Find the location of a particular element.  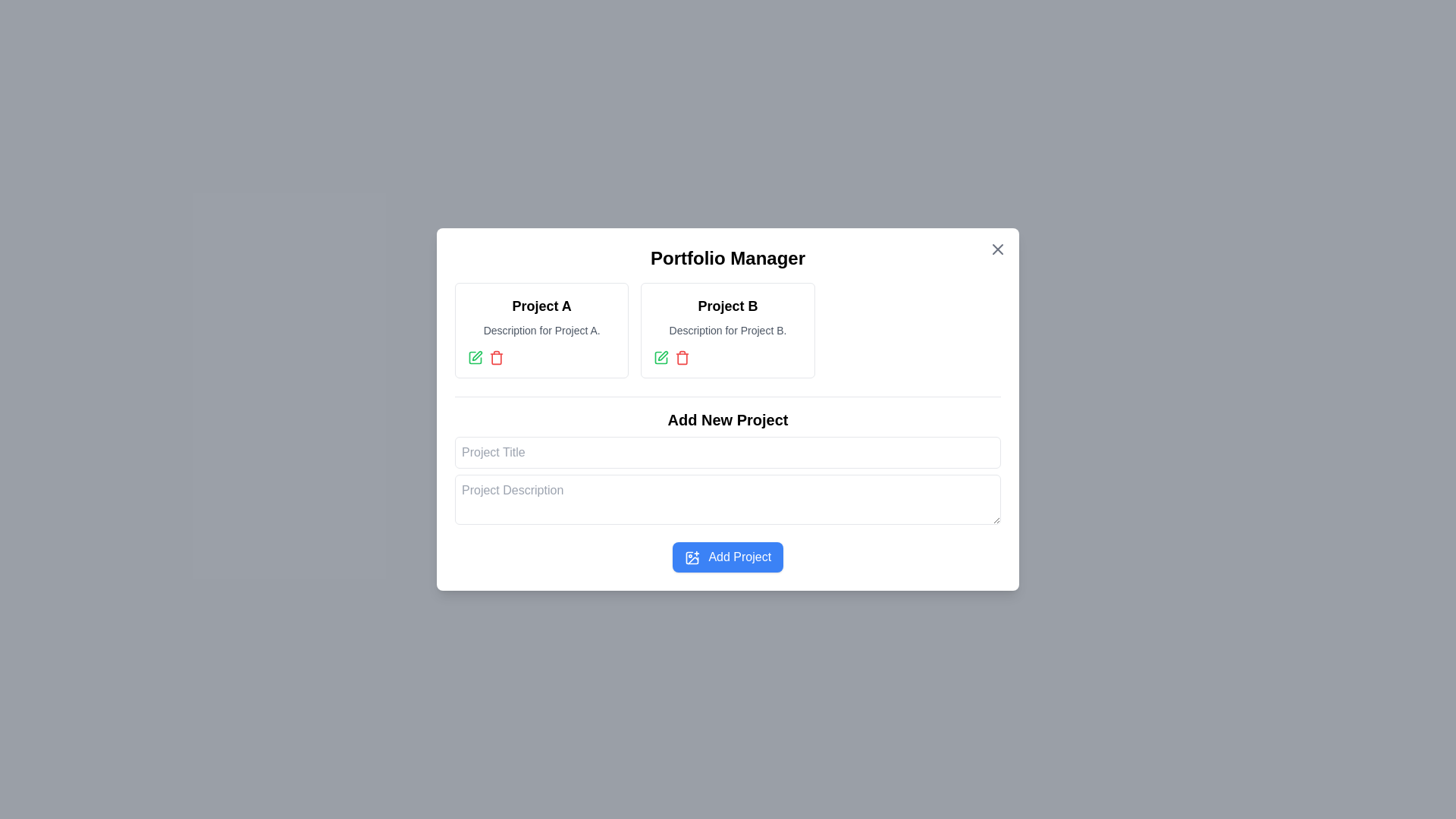

title and description of the project card located at the top center of the 'Portfolio Manager' modal, which is the second card in the grid layout is located at coordinates (728, 329).